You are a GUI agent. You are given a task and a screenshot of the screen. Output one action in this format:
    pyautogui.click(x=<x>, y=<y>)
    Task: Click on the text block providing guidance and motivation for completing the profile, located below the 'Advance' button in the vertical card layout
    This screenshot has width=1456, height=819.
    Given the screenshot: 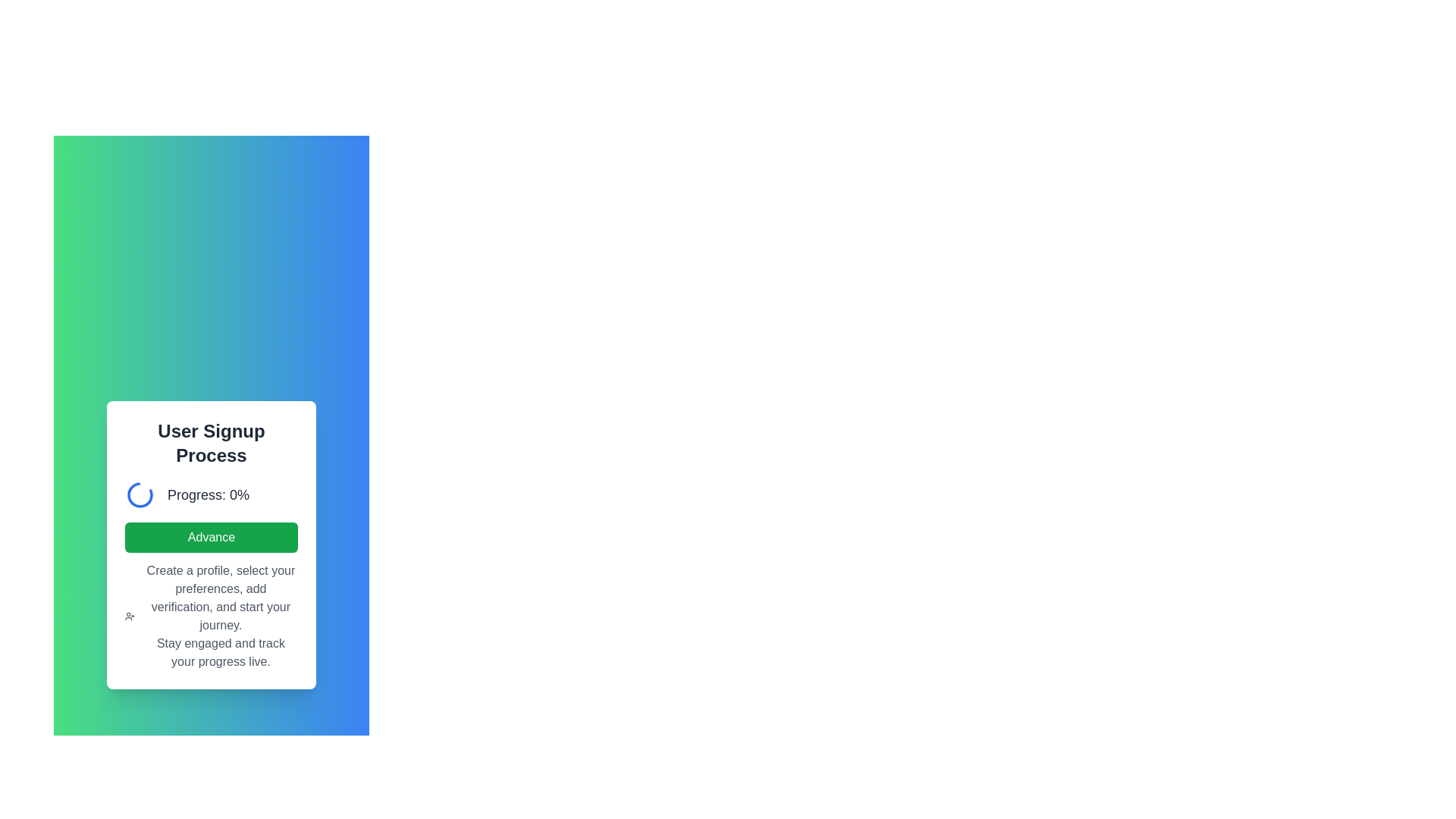 What is the action you would take?
    pyautogui.click(x=210, y=617)
    